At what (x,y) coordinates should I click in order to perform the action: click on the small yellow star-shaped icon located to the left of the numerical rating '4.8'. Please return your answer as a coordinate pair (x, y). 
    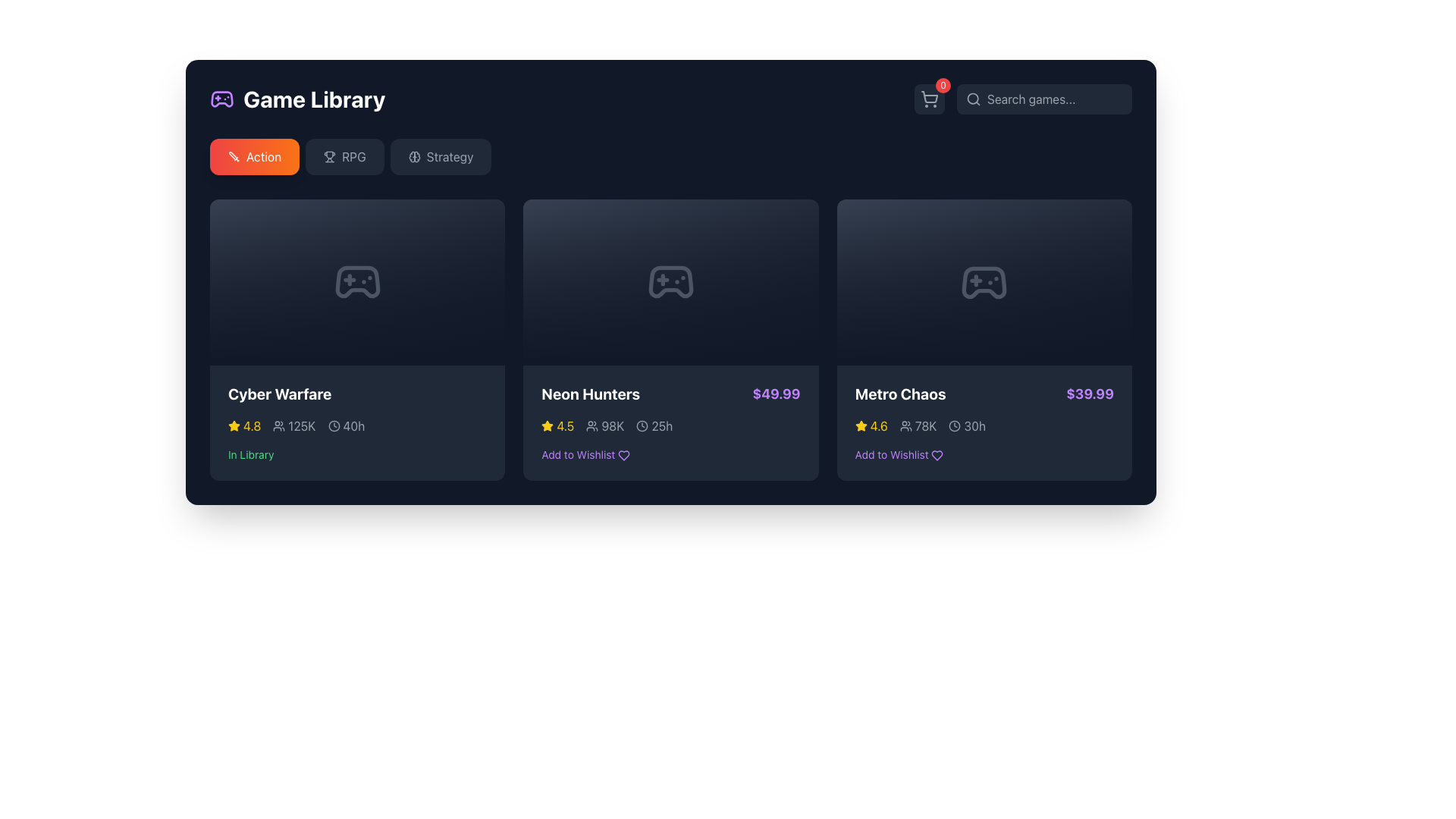
    Looking at the image, I should click on (233, 425).